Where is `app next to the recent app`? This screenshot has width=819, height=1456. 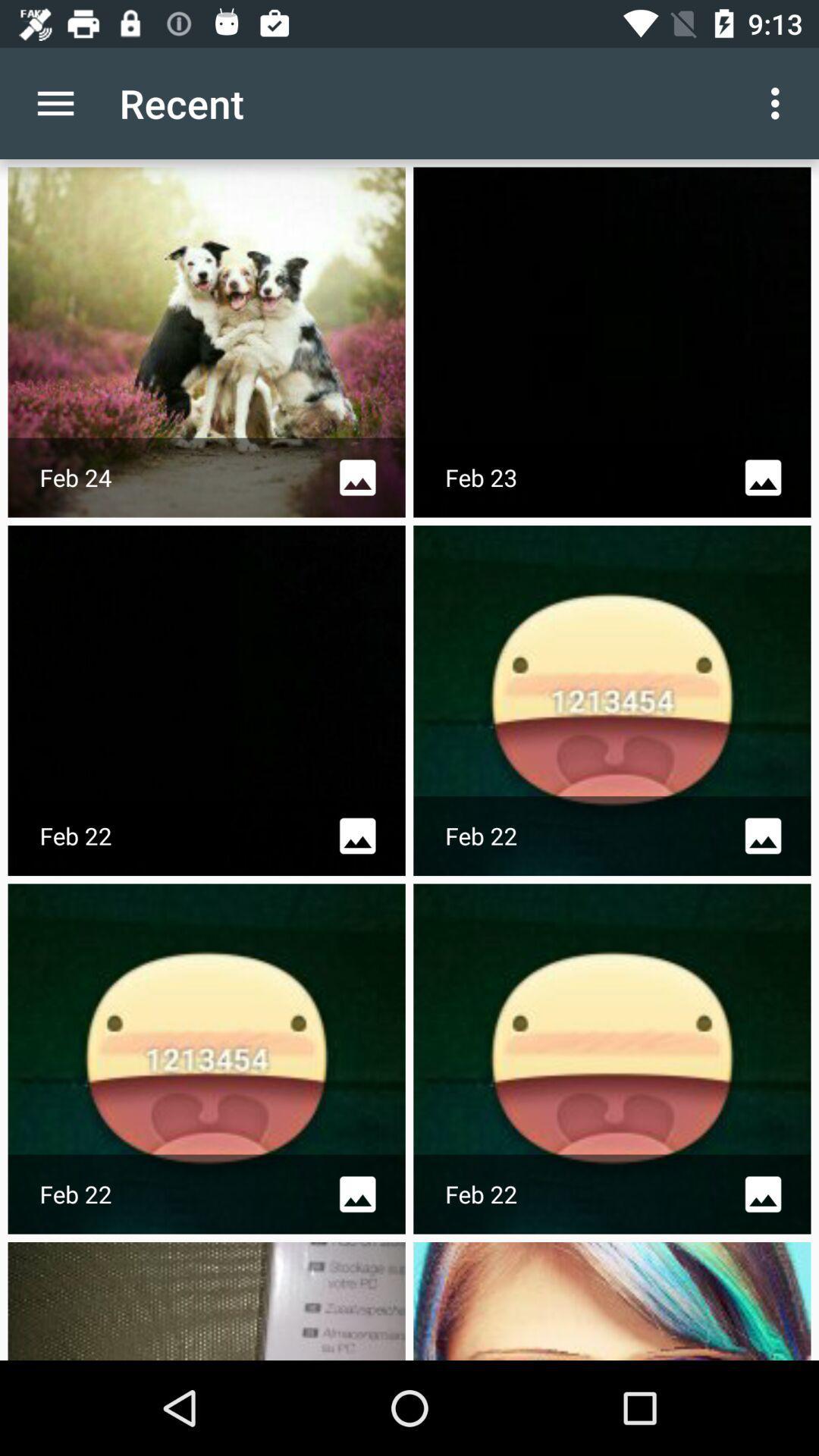
app next to the recent app is located at coordinates (779, 102).